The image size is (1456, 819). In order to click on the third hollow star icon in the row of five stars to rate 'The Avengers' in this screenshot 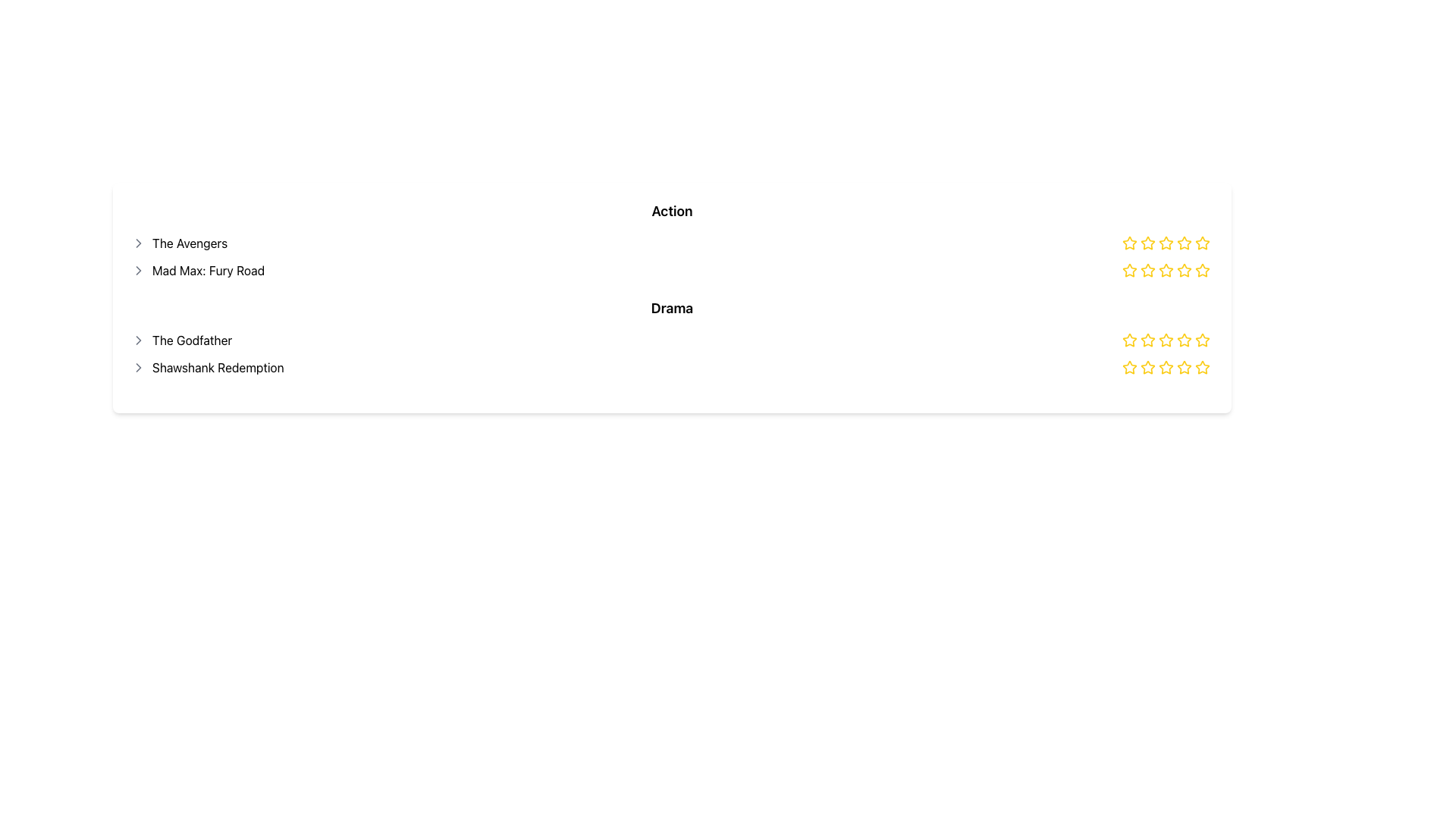, I will do `click(1167, 242)`.